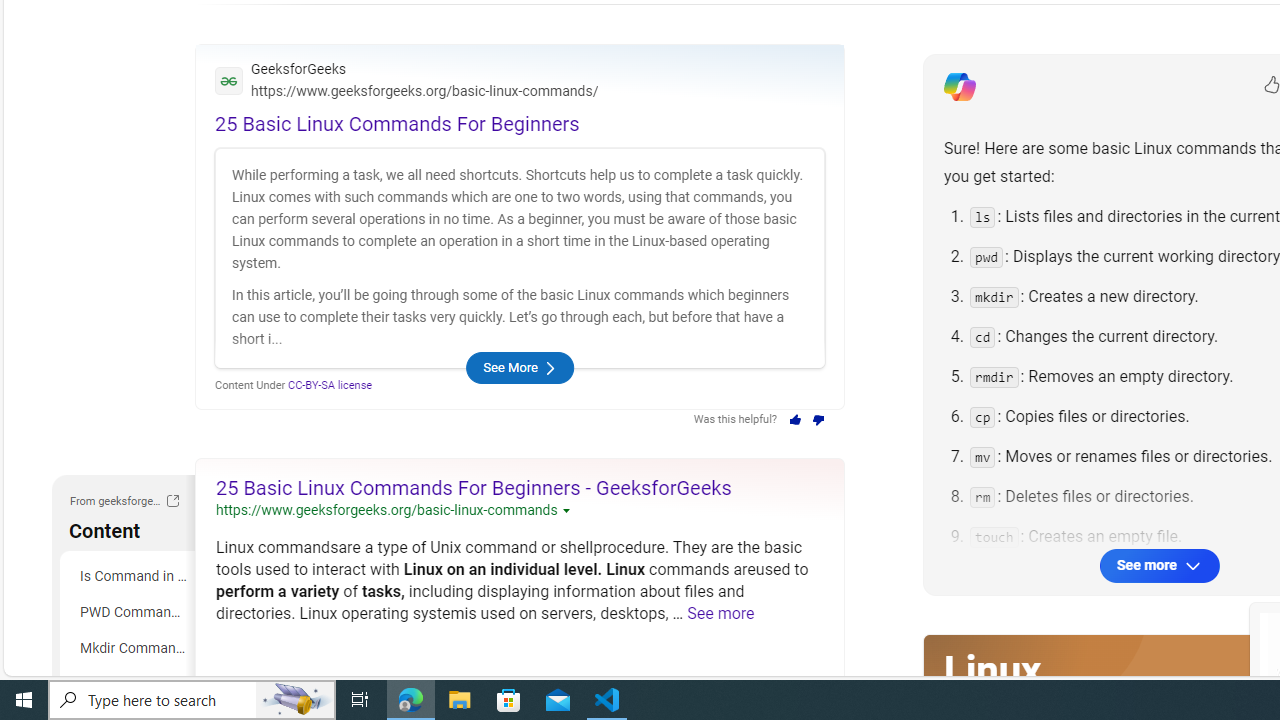 The height and width of the screenshot is (720, 1280). What do you see at coordinates (519, 367) in the screenshot?
I see `'See More'` at bounding box center [519, 367].